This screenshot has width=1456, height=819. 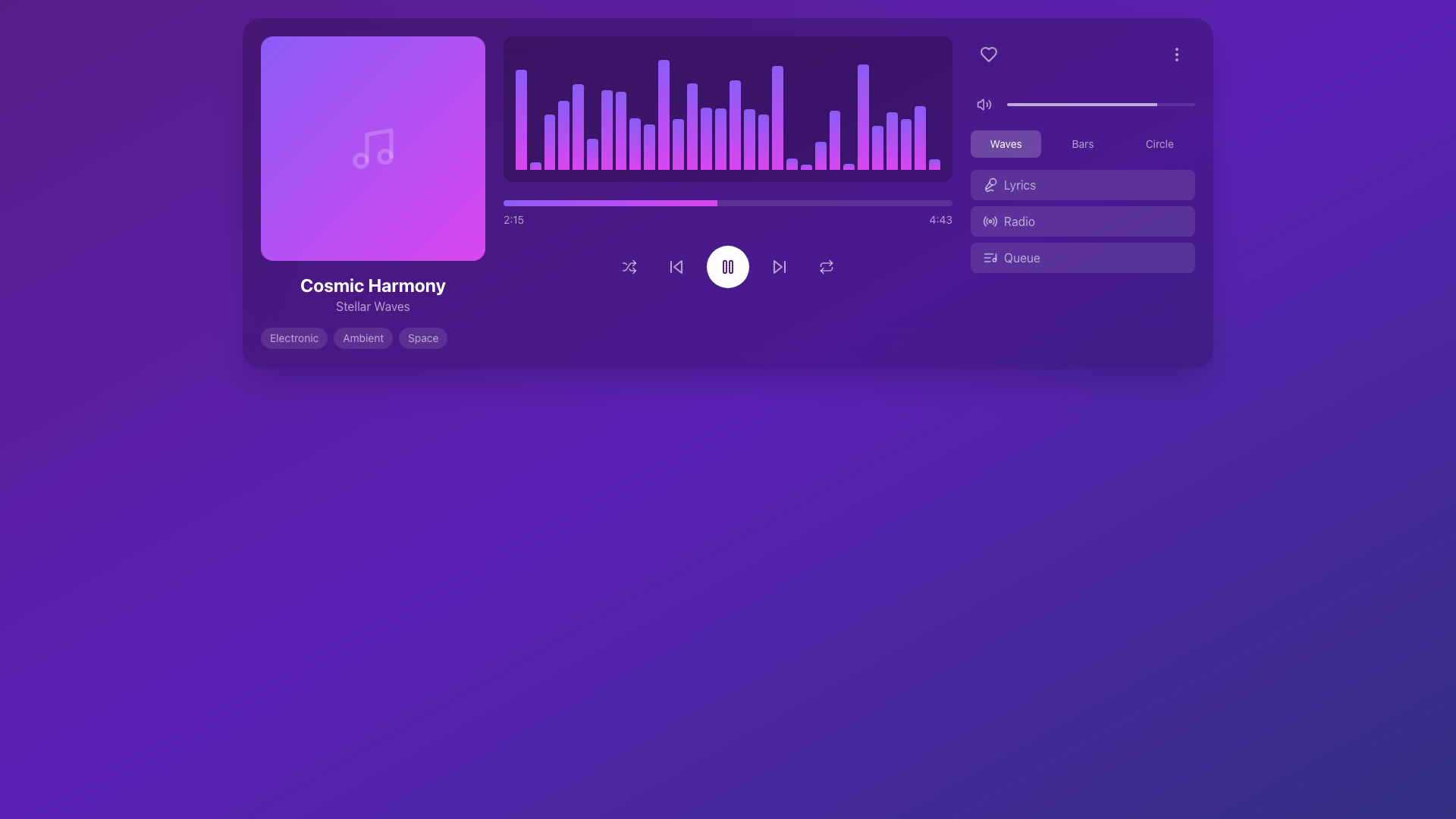 I want to click on the fourth vertical bar in the waveform visualization, which represents a data value or intensity level, so click(x=563, y=134).